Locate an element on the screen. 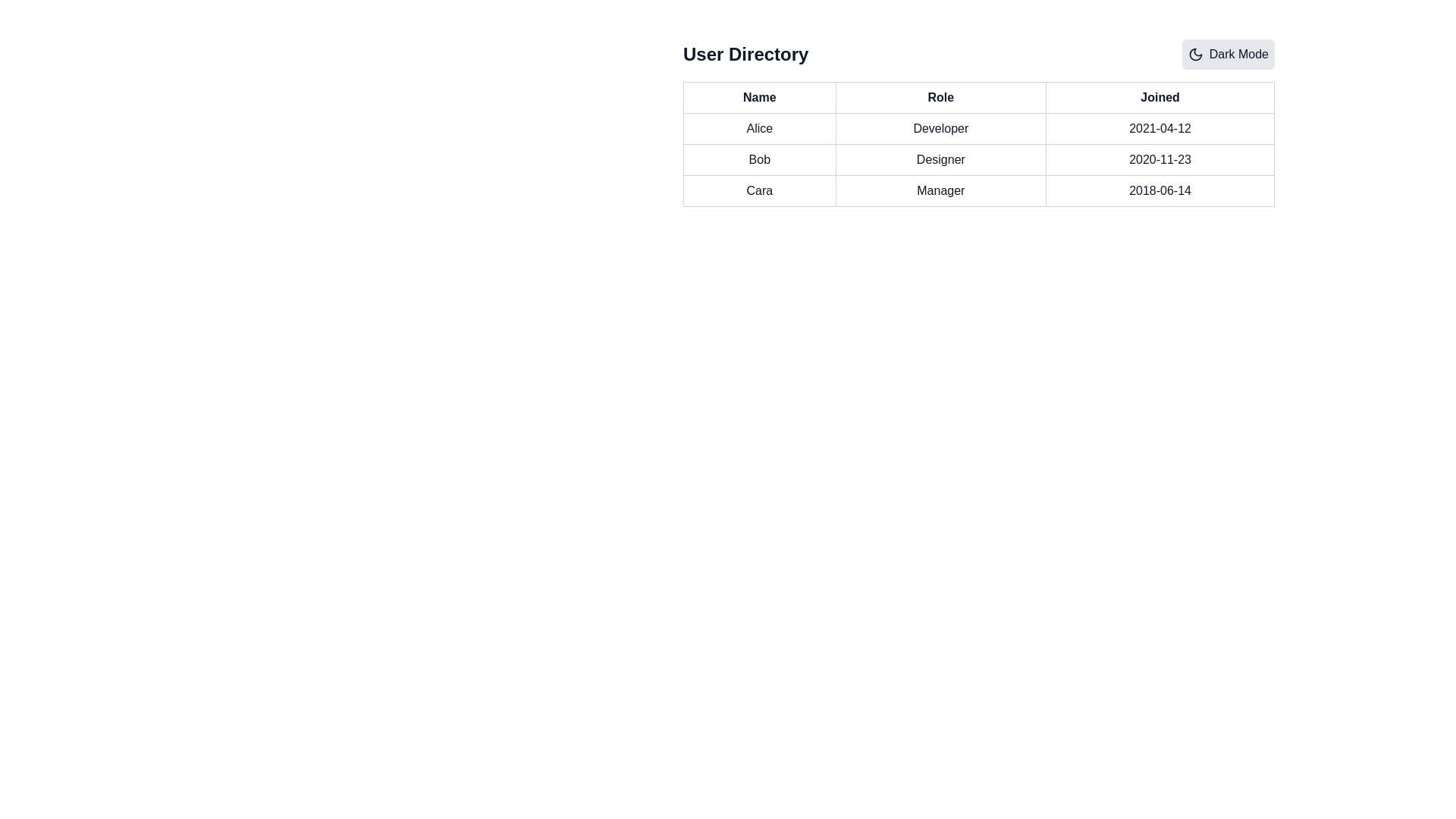 The width and height of the screenshot is (1456, 819). the table cell displaying the role 'Manager' for the user 'Cara' is located at coordinates (939, 190).